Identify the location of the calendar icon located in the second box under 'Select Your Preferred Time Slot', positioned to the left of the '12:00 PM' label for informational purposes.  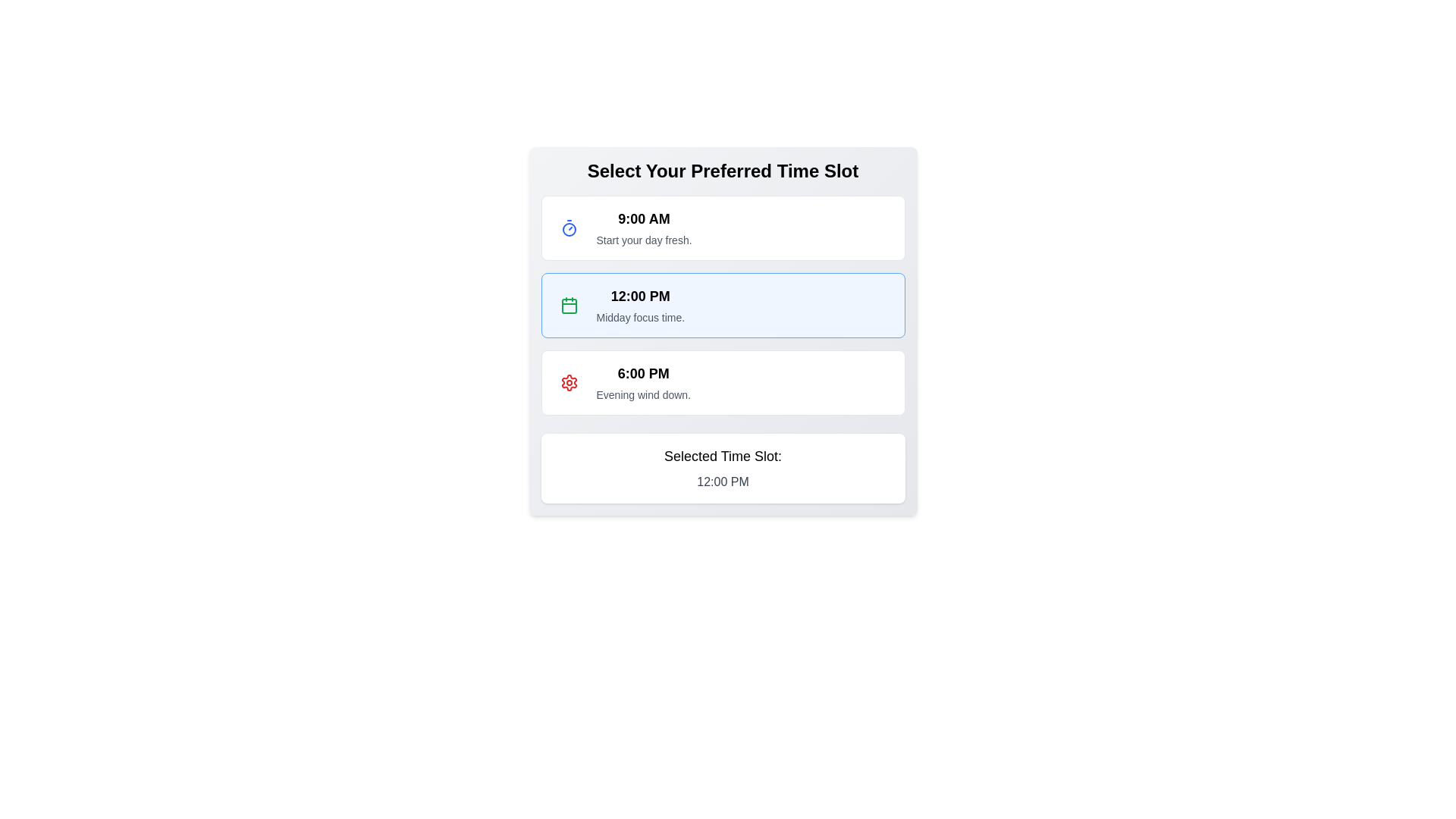
(568, 305).